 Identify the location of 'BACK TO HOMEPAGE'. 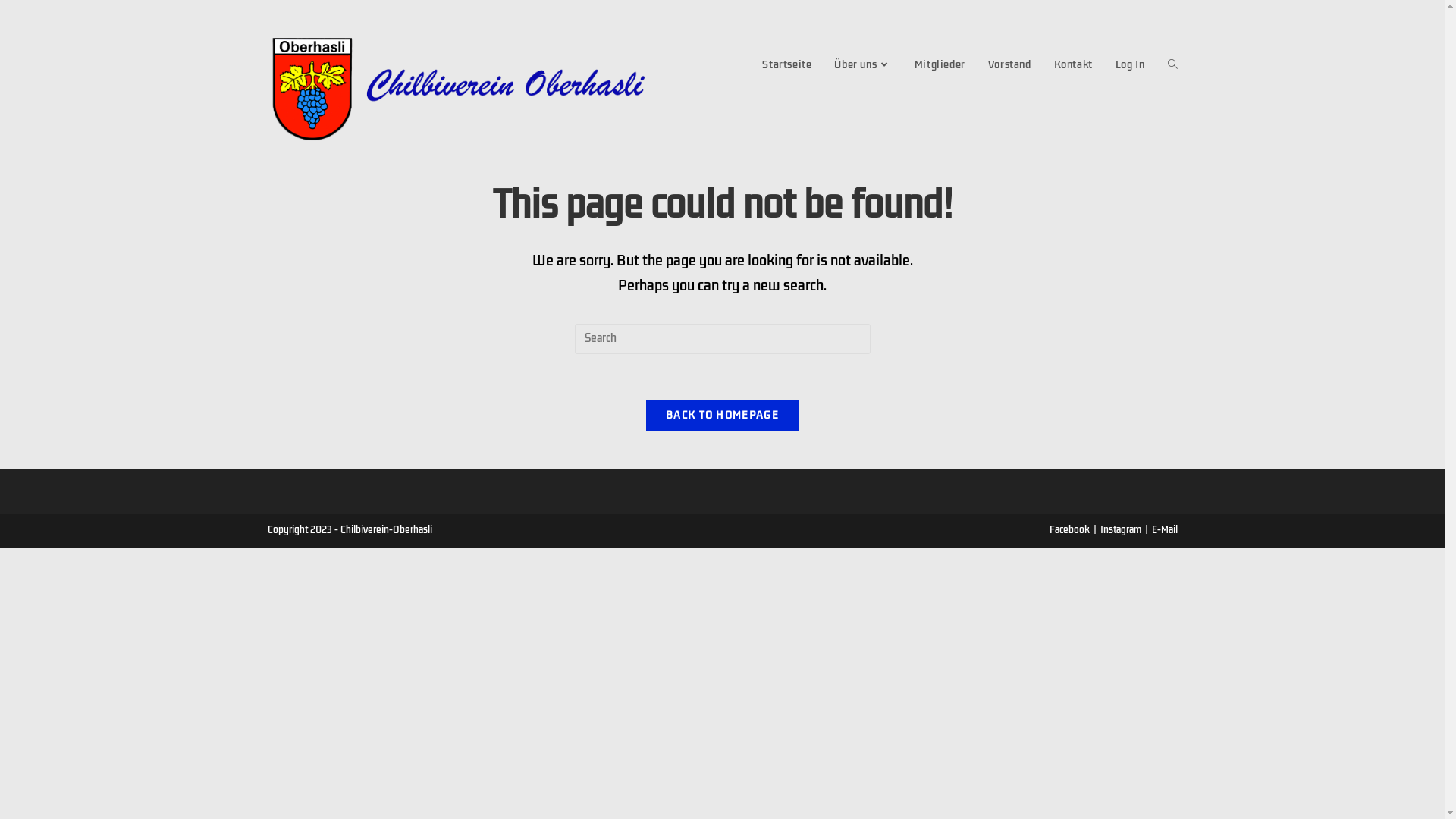
(721, 415).